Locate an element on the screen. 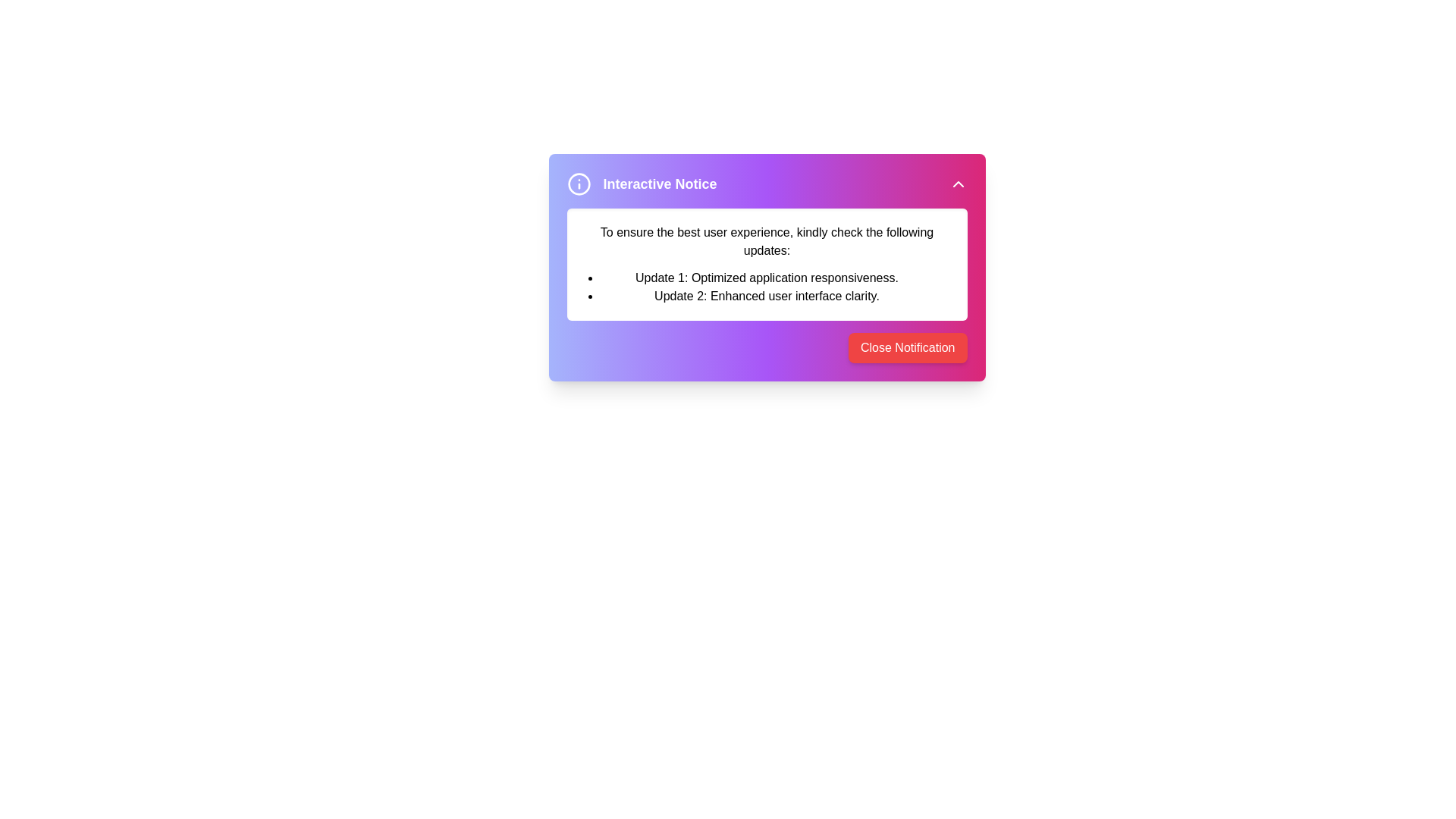 The width and height of the screenshot is (1456, 819). the alert icon to interact with it is located at coordinates (578, 184).